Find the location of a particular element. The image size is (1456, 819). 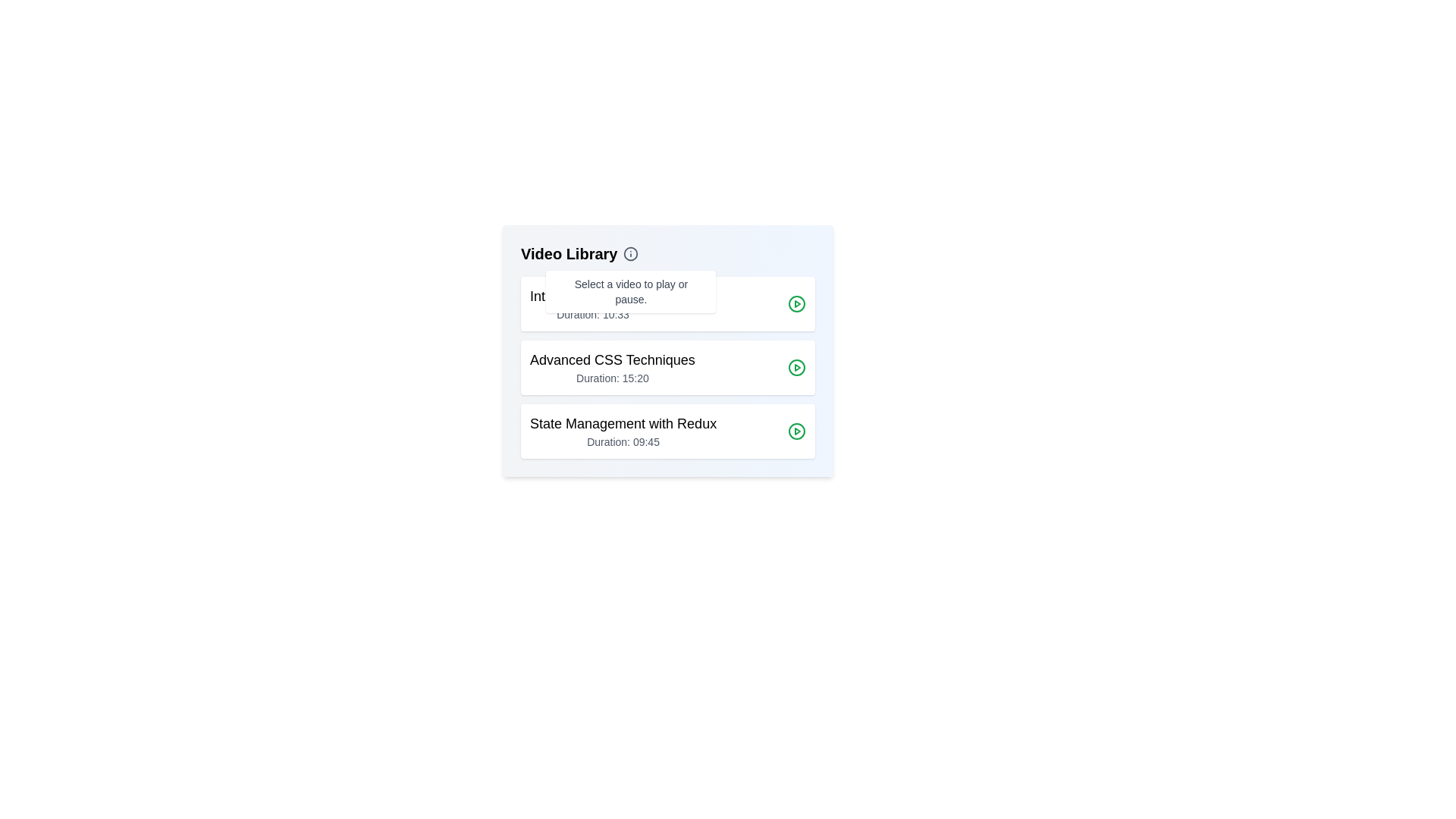

the play button located at the far-right side of the card displaying 'Advanced CSS Techniques' is located at coordinates (796, 368).